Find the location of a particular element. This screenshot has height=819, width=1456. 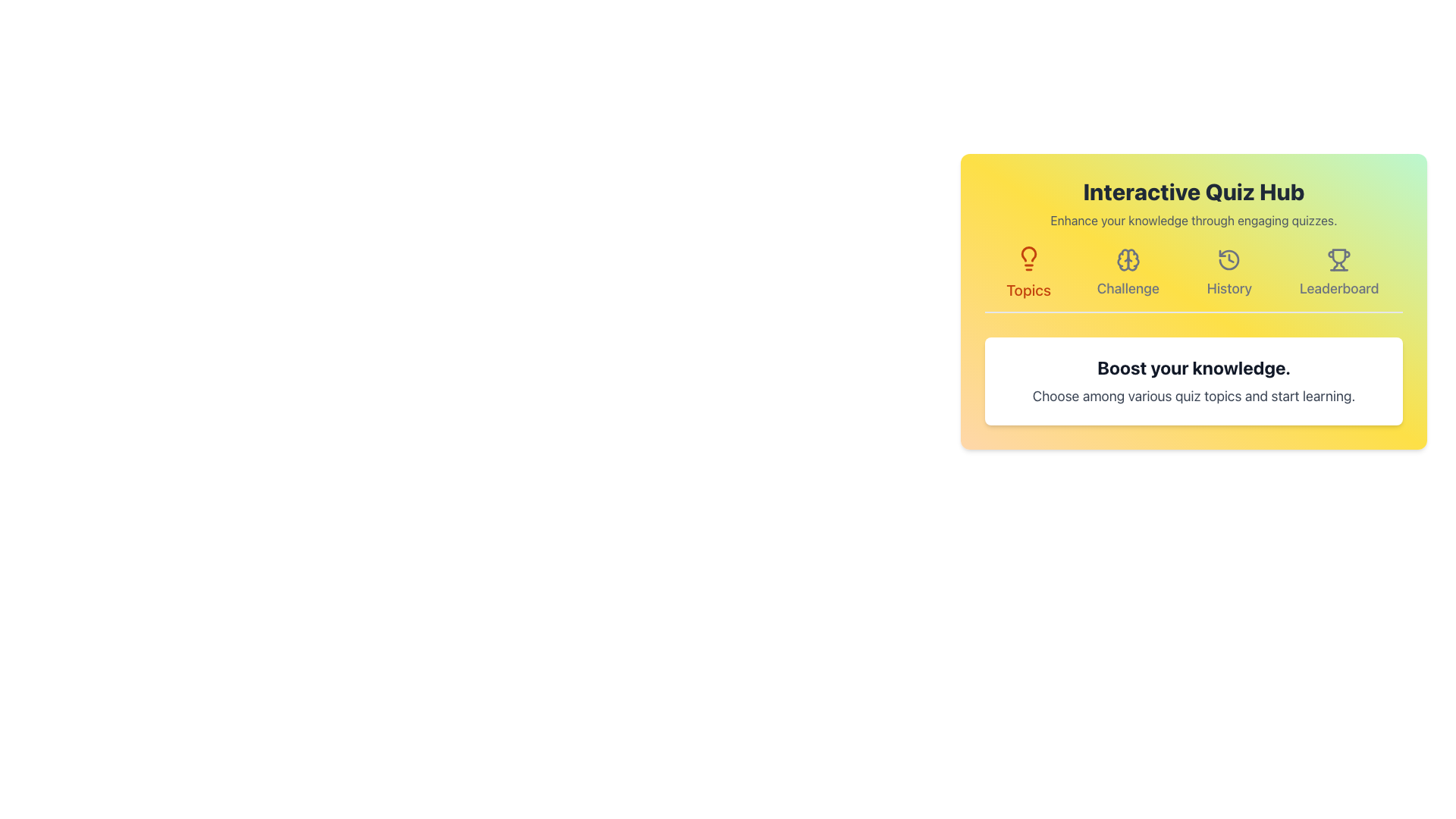

the 'Leaderboard' button, which features a trophy icon above the text in gray color, positioned as the rightmost element among similar buttons for navigation is located at coordinates (1339, 274).